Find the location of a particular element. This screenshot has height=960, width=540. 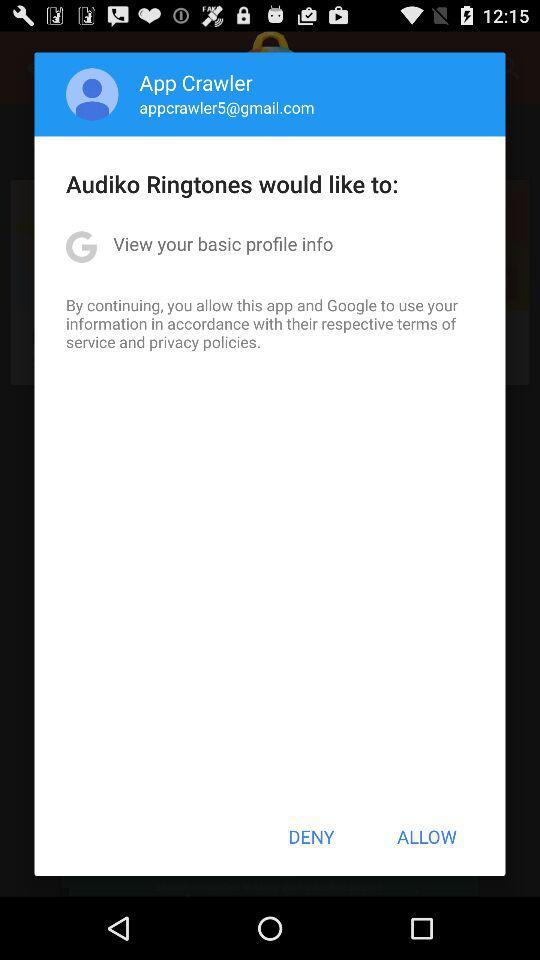

the app below by continuing you item is located at coordinates (311, 836).